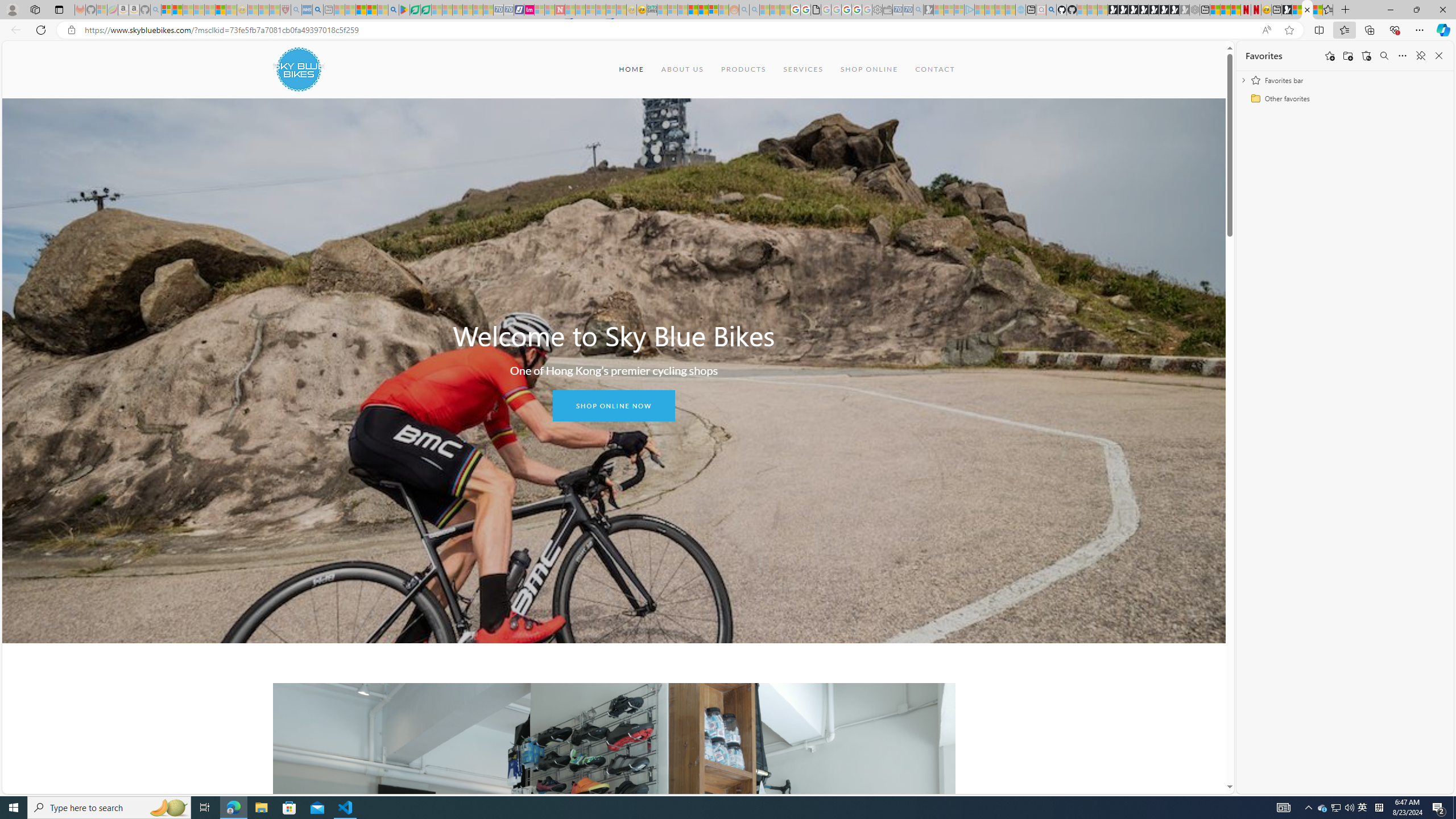 Image resolution: width=1456 pixels, height=819 pixels. I want to click on 'PRODUCTS', so click(742, 68).